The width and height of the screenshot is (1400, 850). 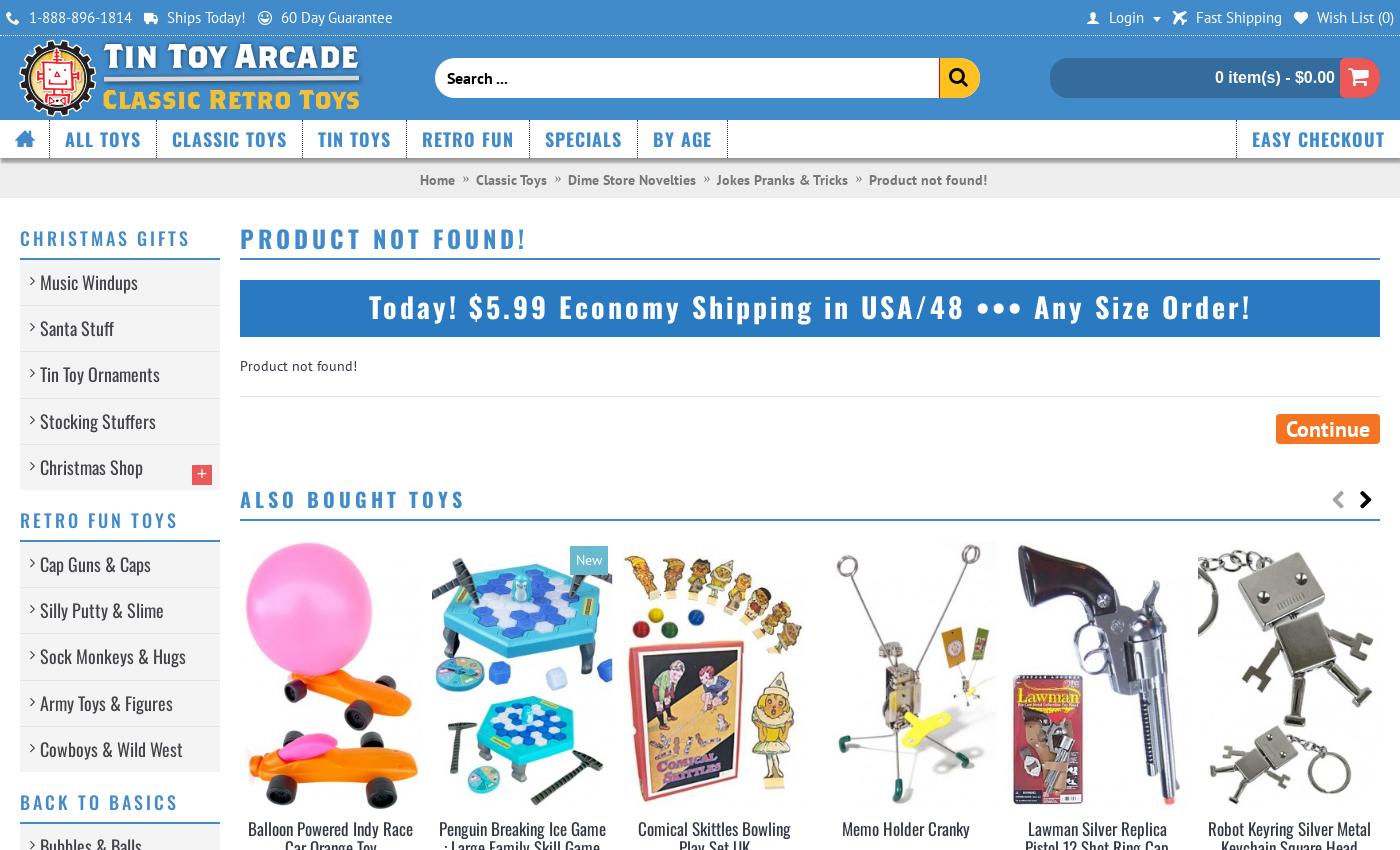 I want to click on 'Music Windups', so click(x=89, y=281).